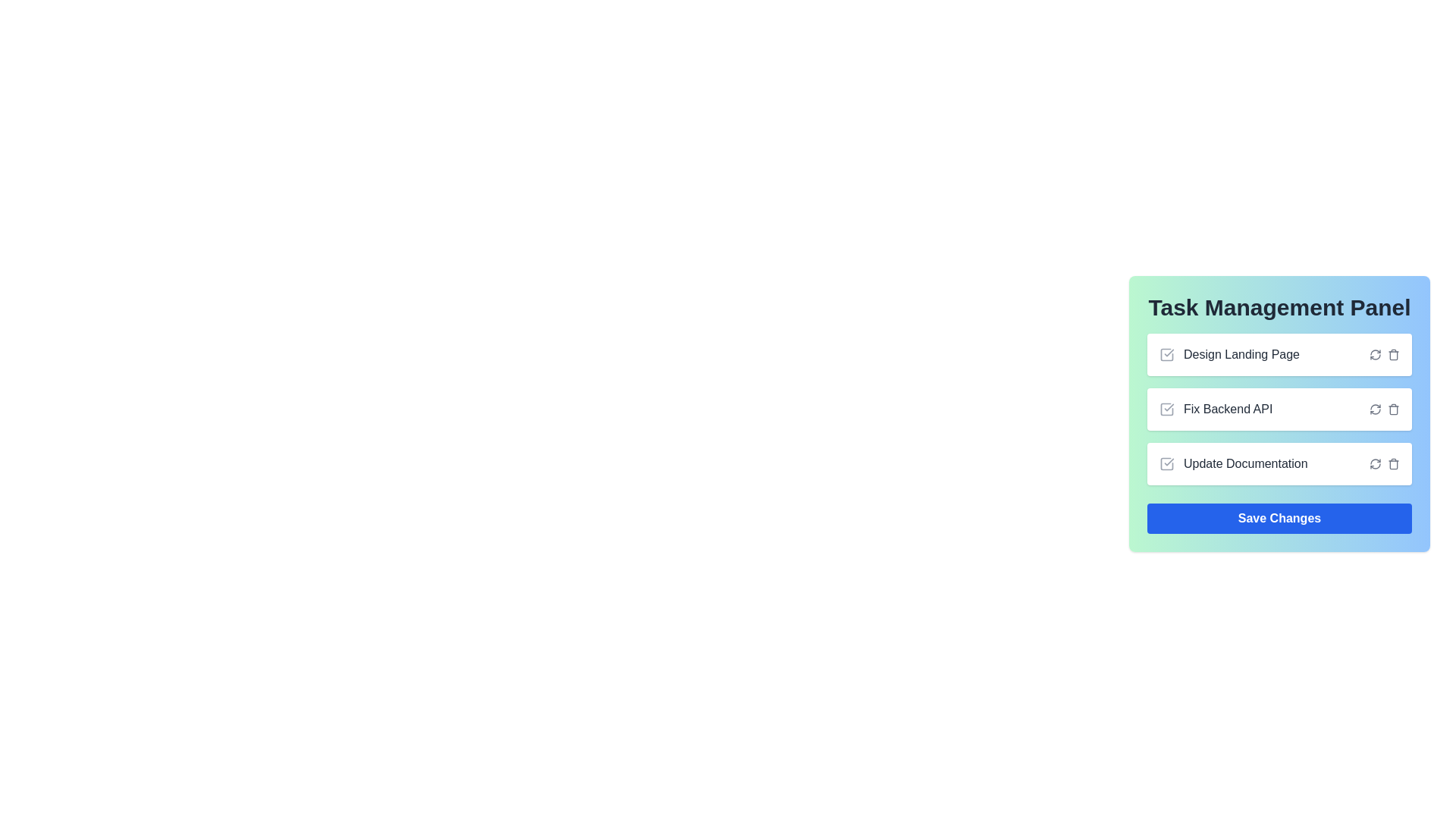 Image resolution: width=1456 pixels, height=819 pixels. Describe the element at coordinates (1166, 354) in the screenshot. I see `the square icon with a checkmark located to the left of the text 'Design Landing Page' in the Task Management Panel` at that location.